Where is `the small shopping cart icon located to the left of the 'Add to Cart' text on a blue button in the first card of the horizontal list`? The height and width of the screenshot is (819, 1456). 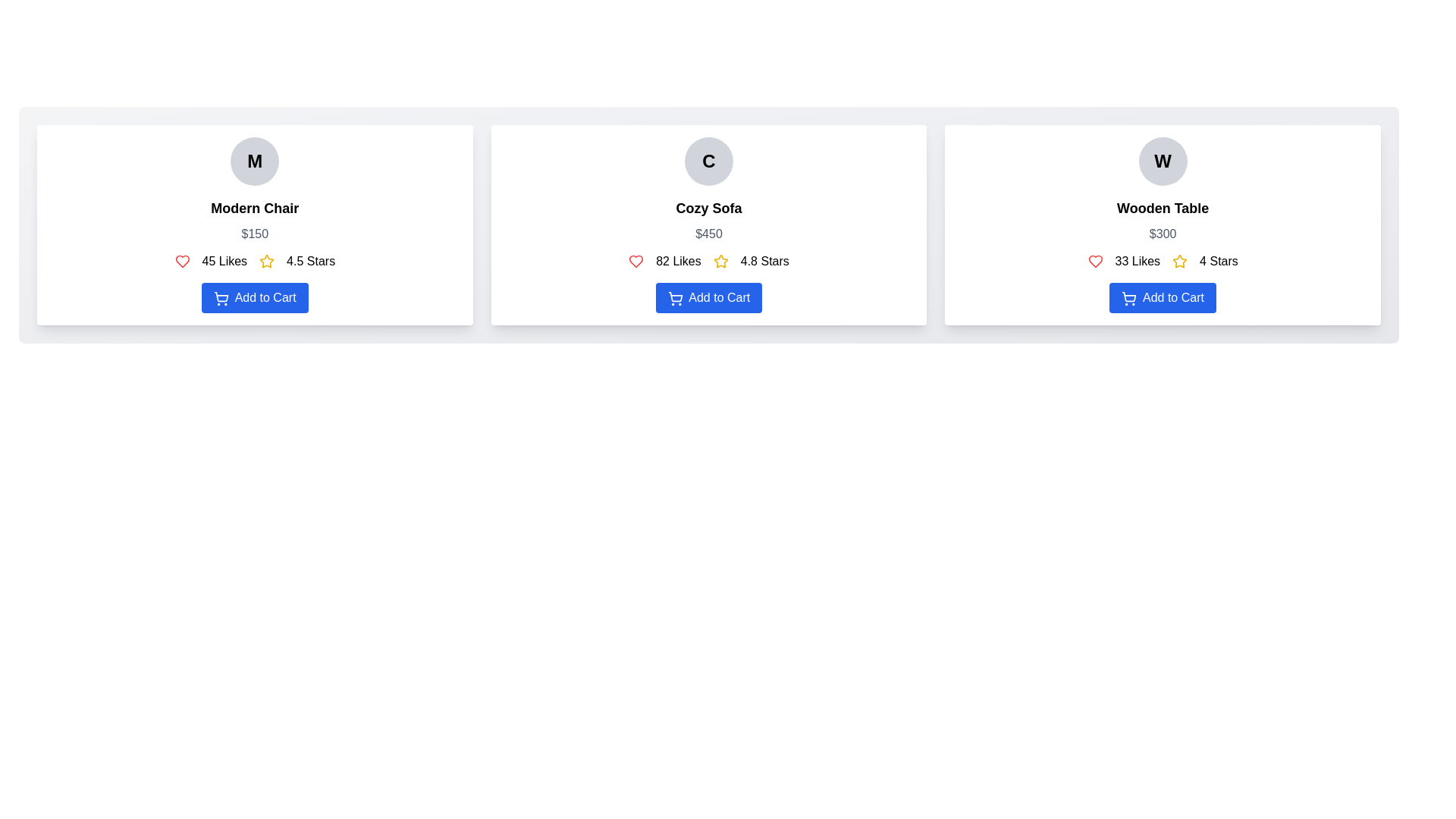 the small shopping cart icon located to the left of the 'Add to Cart' text on a blue button in the first card of the horizontal list is located at coordinates (221, 298).